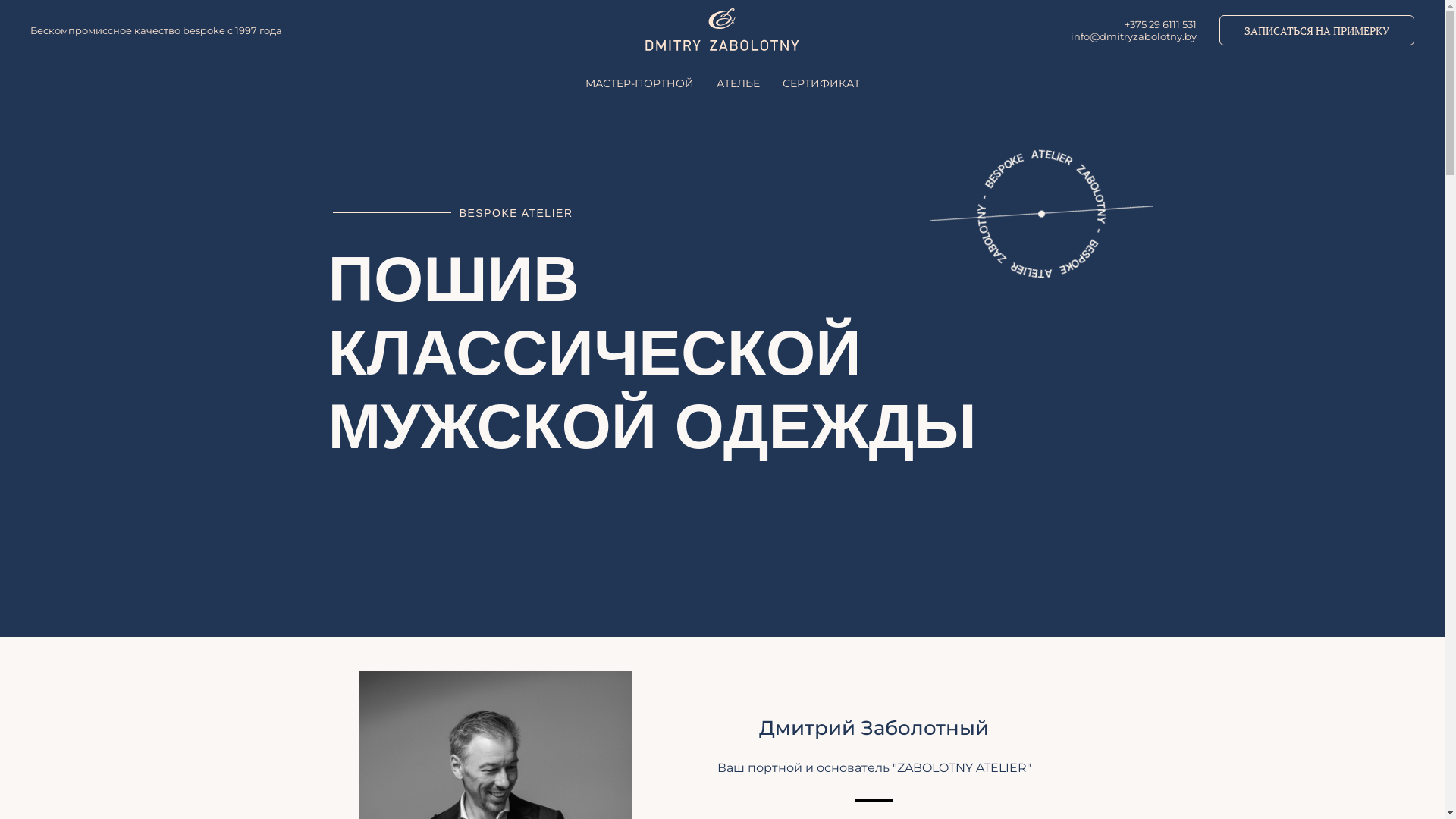 The width and height of the screenshot is (1456, 819). What do you see at coordinates (1125, 24) in the screenshot?
I see `'+375 29 6111 531'` at bounding box center [1125, 24].